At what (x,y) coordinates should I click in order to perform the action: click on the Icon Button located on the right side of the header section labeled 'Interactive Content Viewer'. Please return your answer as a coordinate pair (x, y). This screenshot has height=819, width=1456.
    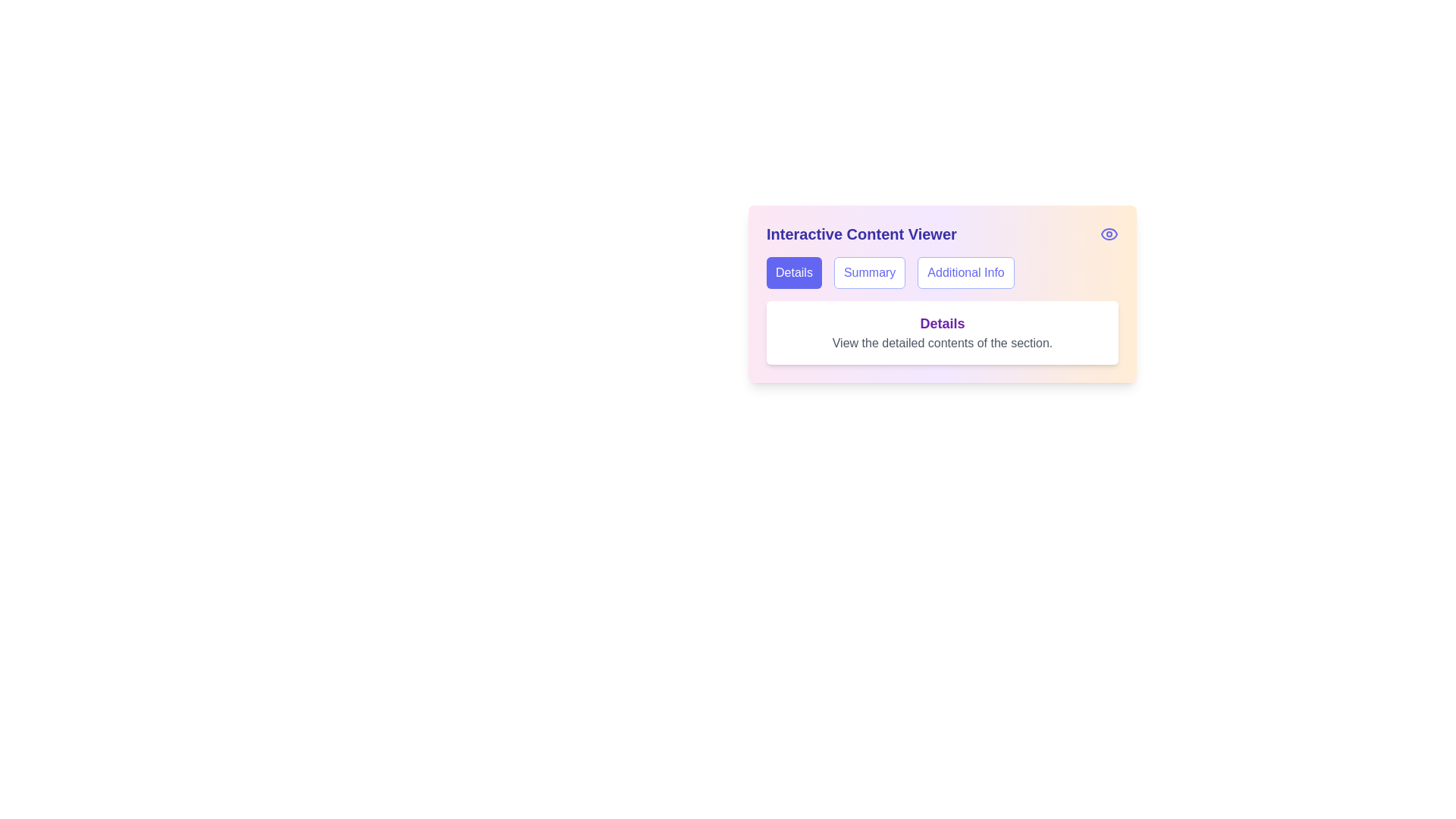
    Looking at the image, I should click on (1109, 234).